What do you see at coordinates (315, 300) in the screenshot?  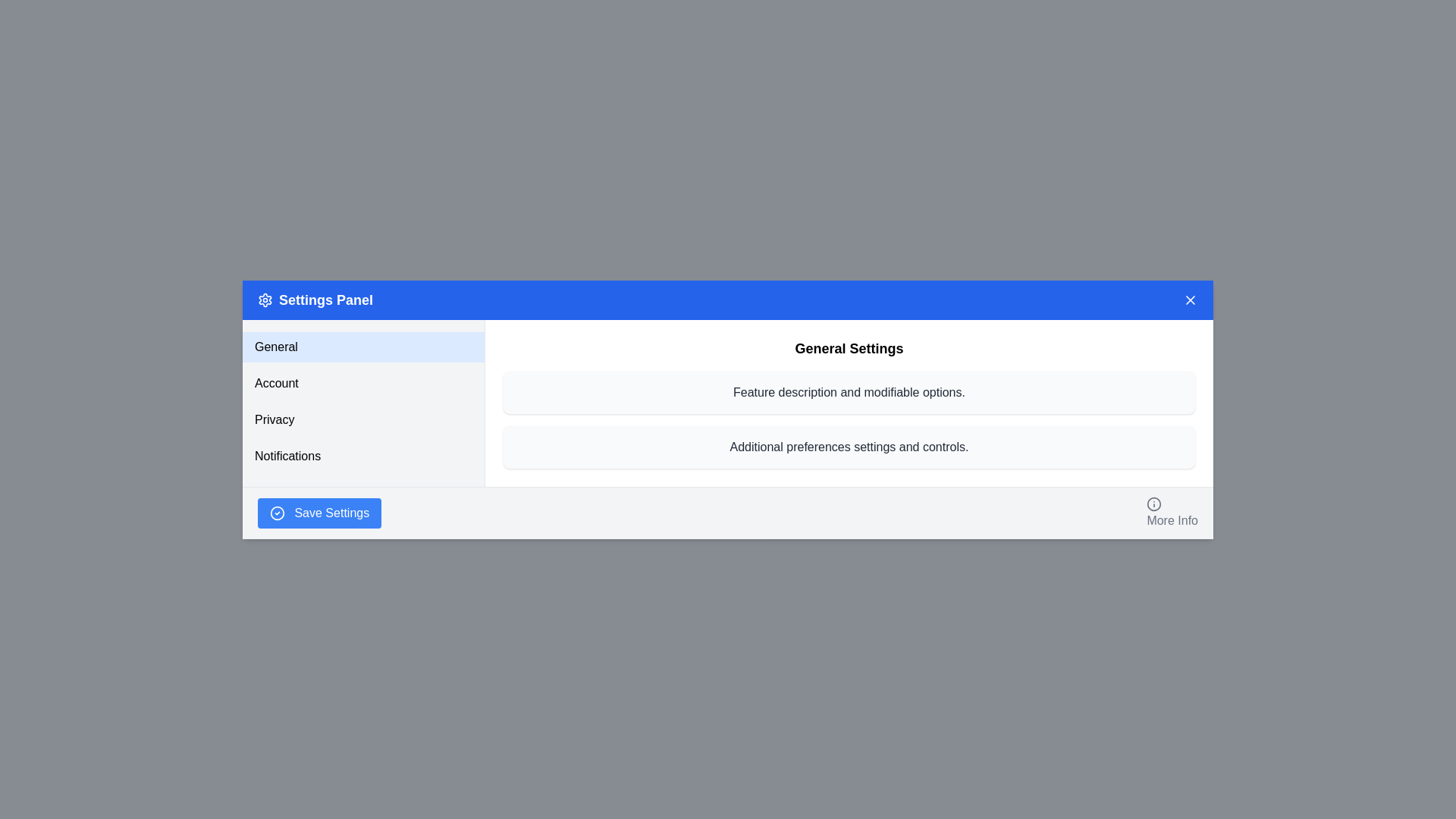 I see `the 'Settings Panel' text label with an embedded gear icon, located in the top-left portion of the blue header bar` at bounding box center [315, 300].